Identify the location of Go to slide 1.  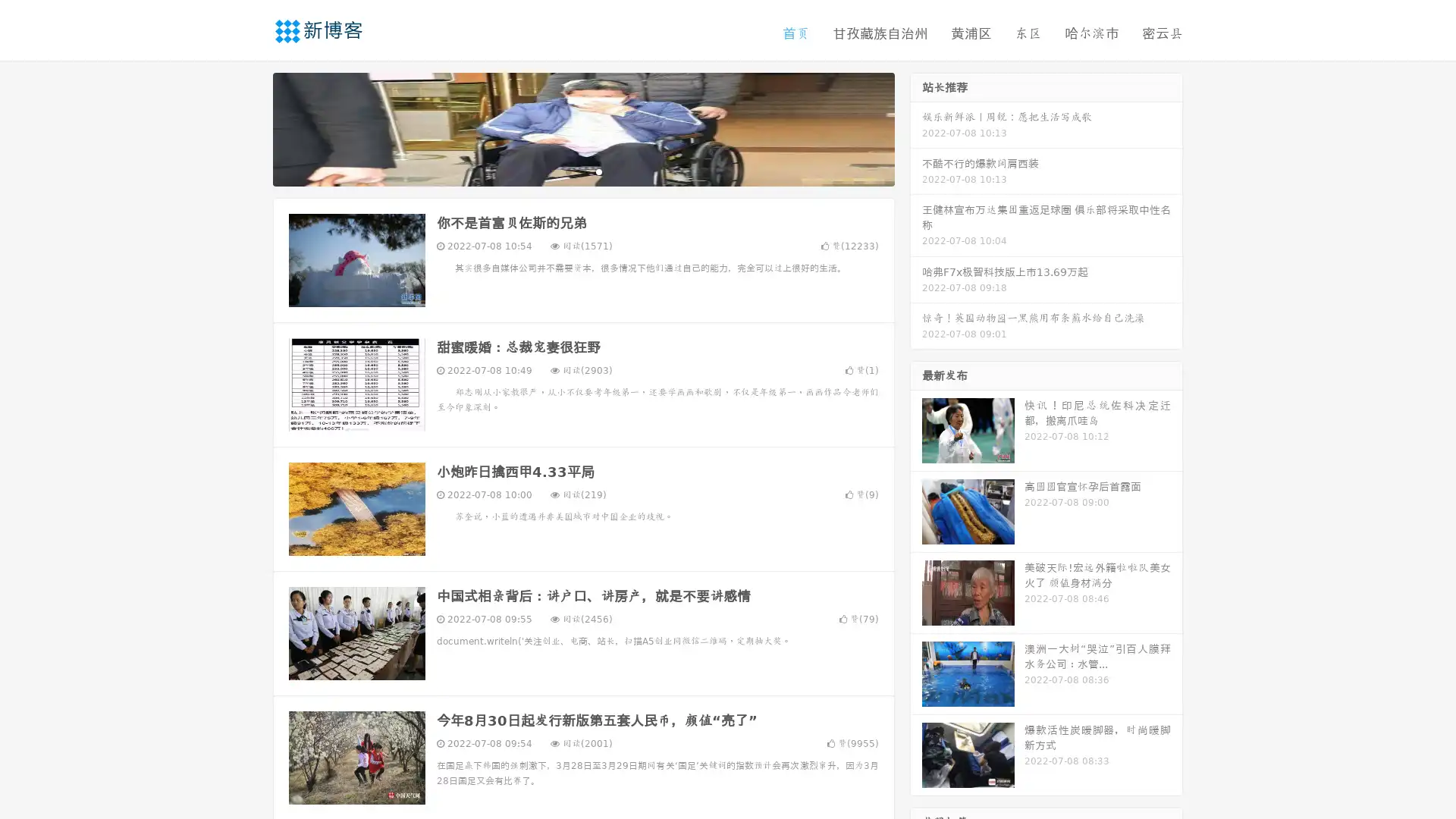
(567, 171).